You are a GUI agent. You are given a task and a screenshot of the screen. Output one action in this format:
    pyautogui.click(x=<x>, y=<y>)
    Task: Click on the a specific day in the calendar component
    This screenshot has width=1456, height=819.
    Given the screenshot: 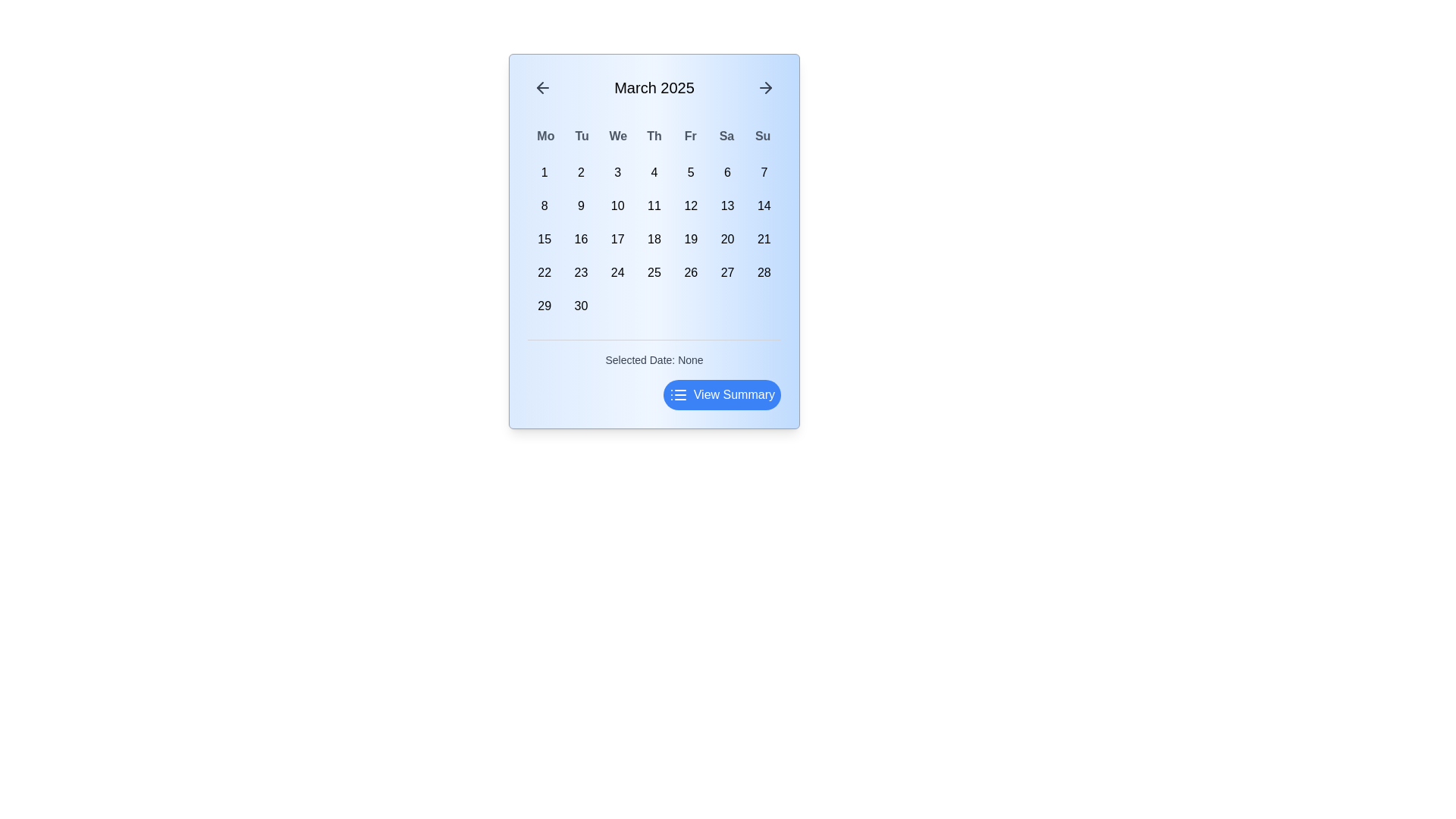 What is the action you would take?
    pyautogui.click(x=654, y=240)
    